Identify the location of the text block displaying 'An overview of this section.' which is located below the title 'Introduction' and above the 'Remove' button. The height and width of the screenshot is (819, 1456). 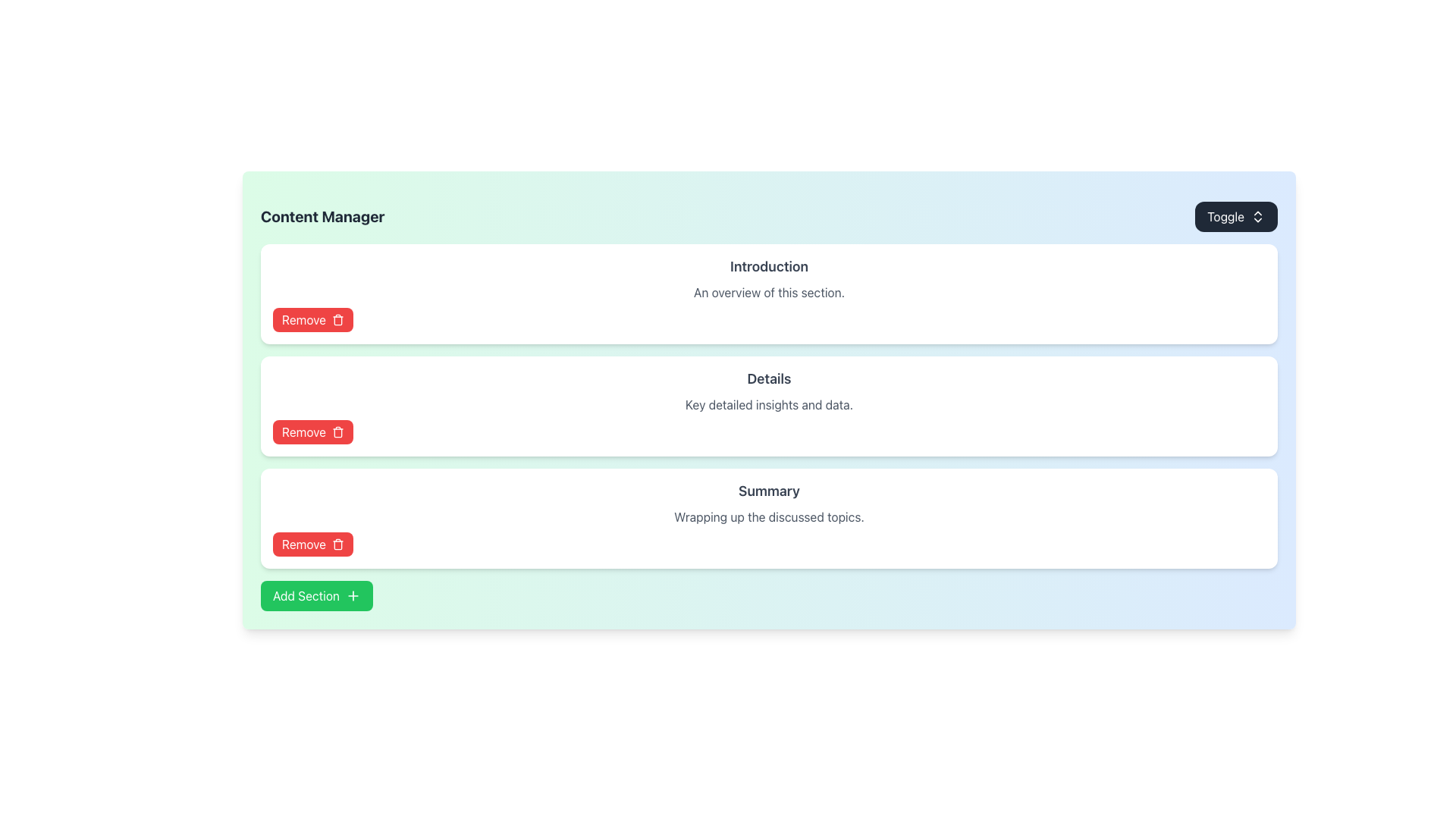
(769, 292).